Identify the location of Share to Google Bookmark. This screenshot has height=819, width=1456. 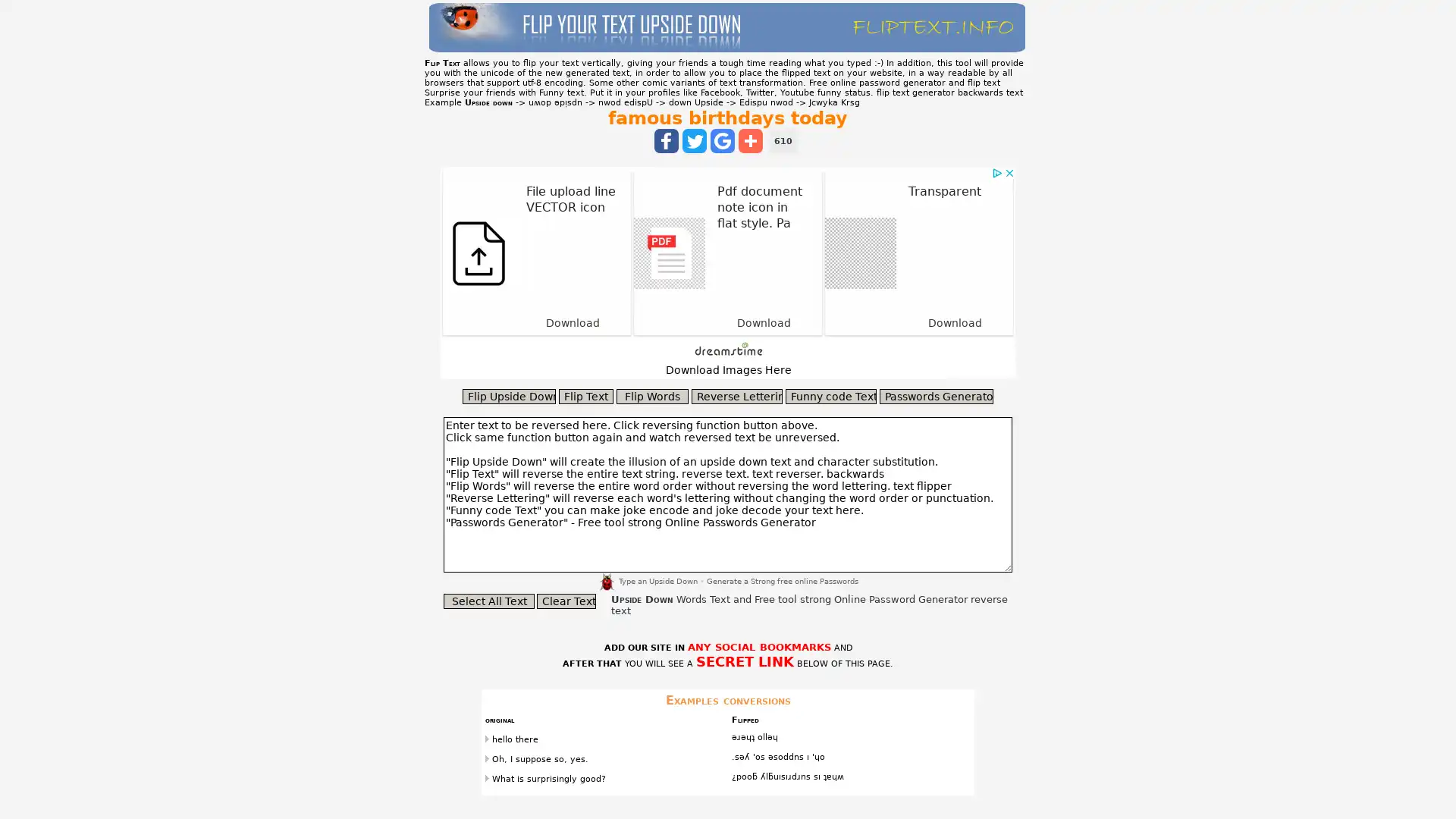
(722, 140).